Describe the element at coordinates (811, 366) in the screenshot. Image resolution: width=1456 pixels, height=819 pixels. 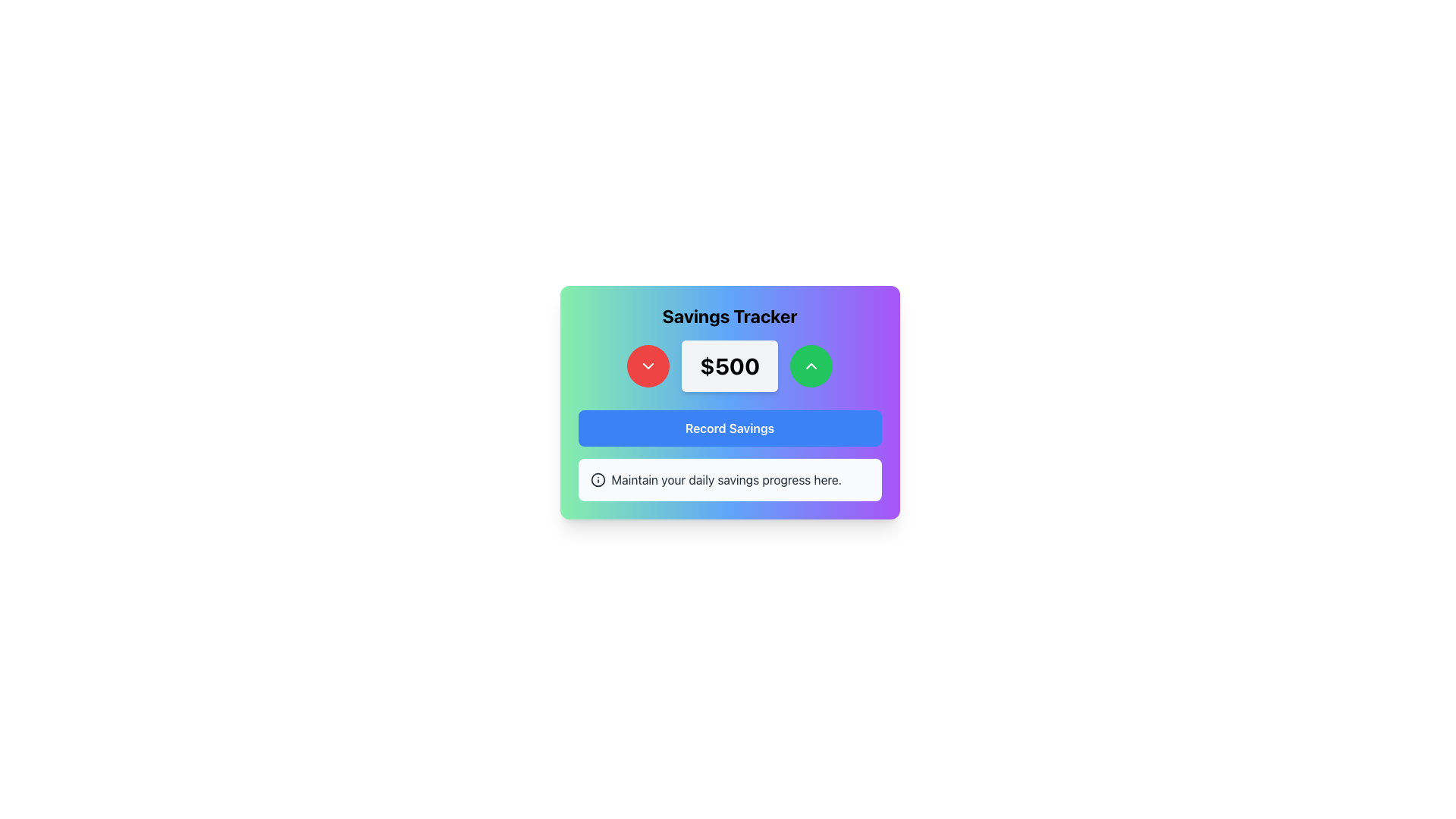
I see `the upward-facing chevron icon within the green circular button in the top-right corner of the 'Savings Tracker' card` at that location.